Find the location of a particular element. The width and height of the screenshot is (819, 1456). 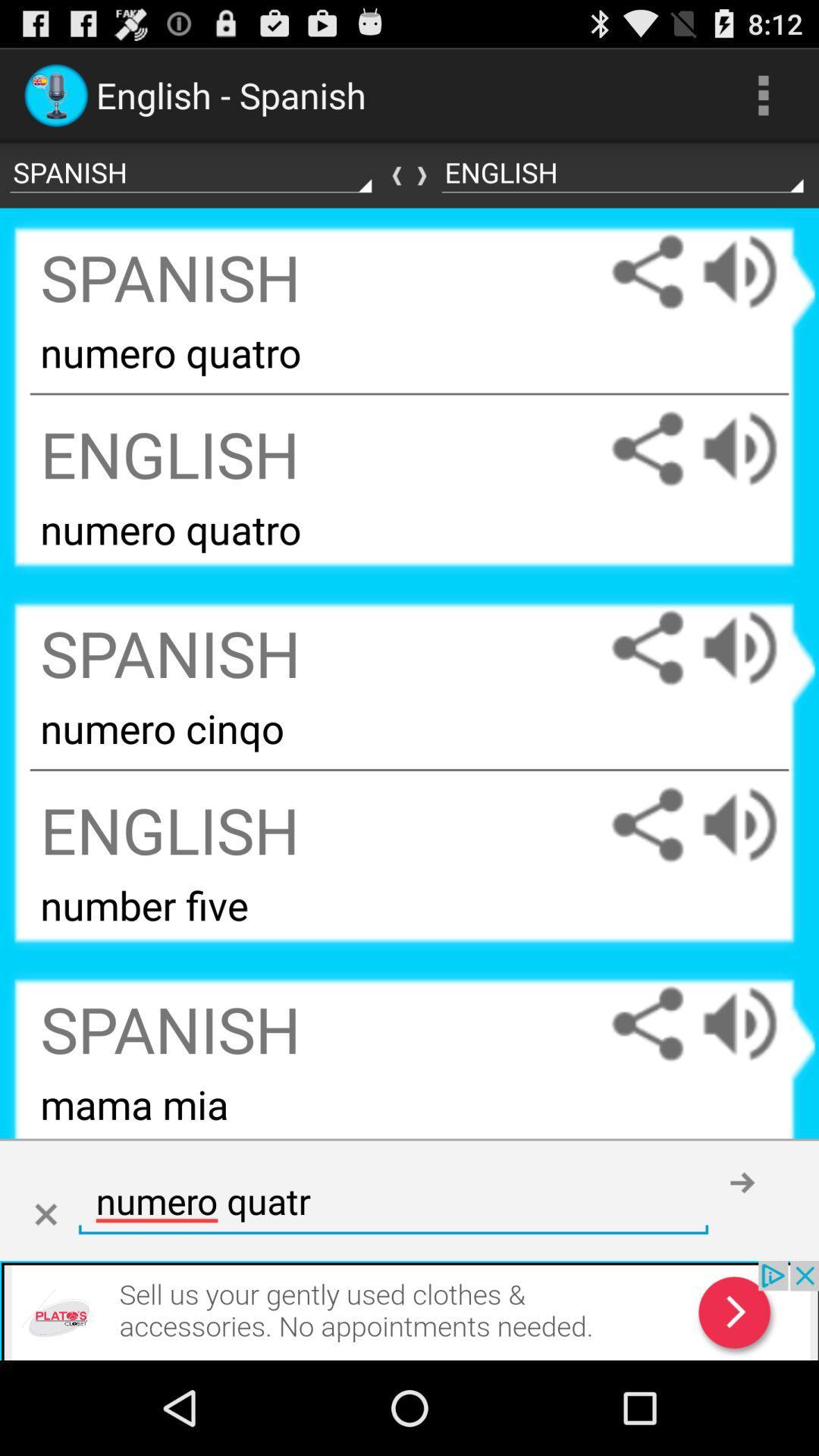

spanish pronunciation out loud is located at coordinates (755, 271).